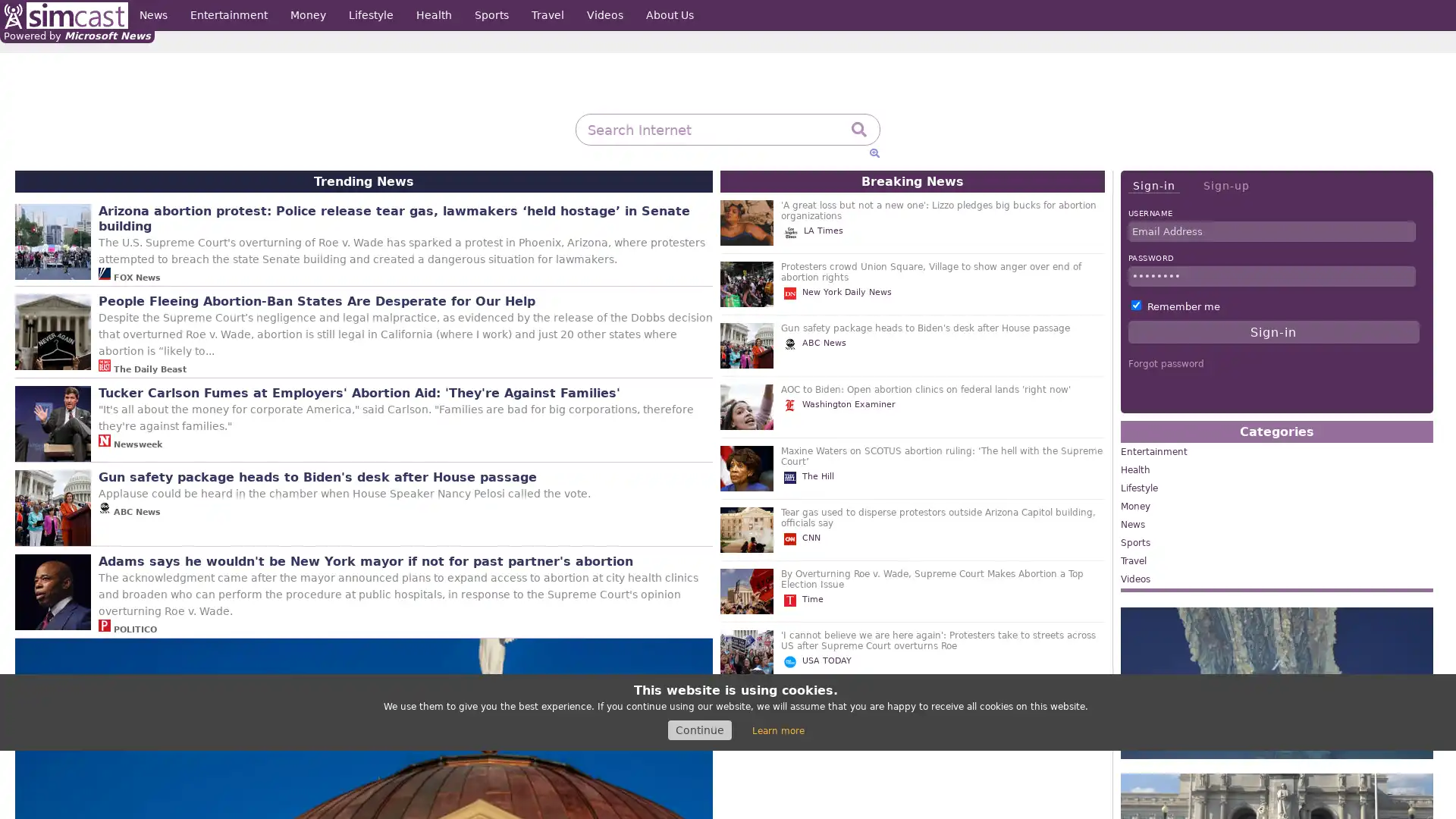 This screenshot has height=819, width=1456. Describe the element at coordinates (1153, 185) in the screenshot. I see `Sign-in` at that location.